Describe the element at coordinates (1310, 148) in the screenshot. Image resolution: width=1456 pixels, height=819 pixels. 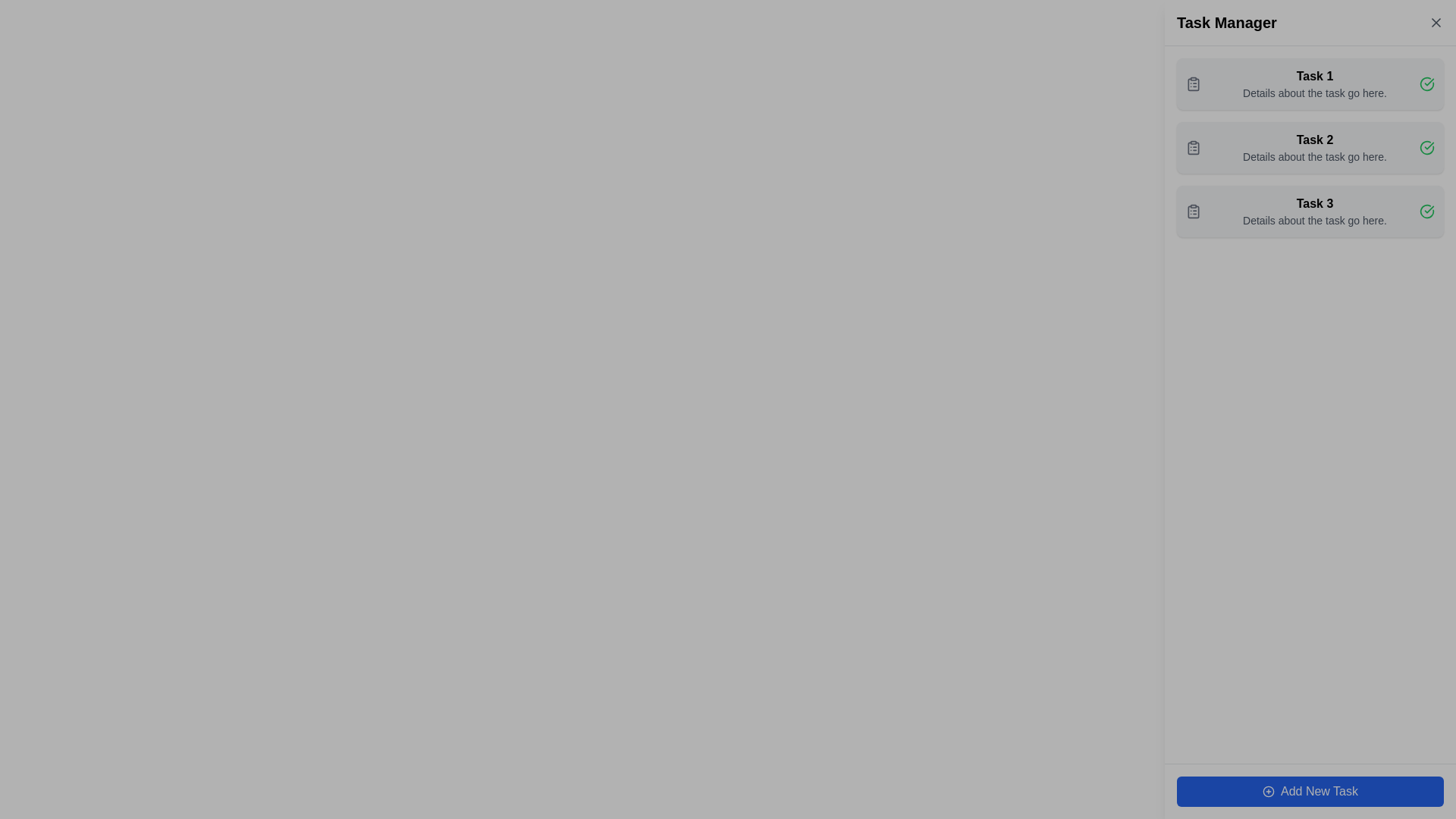
I see `the second Task Card in the task manager application` at that location.